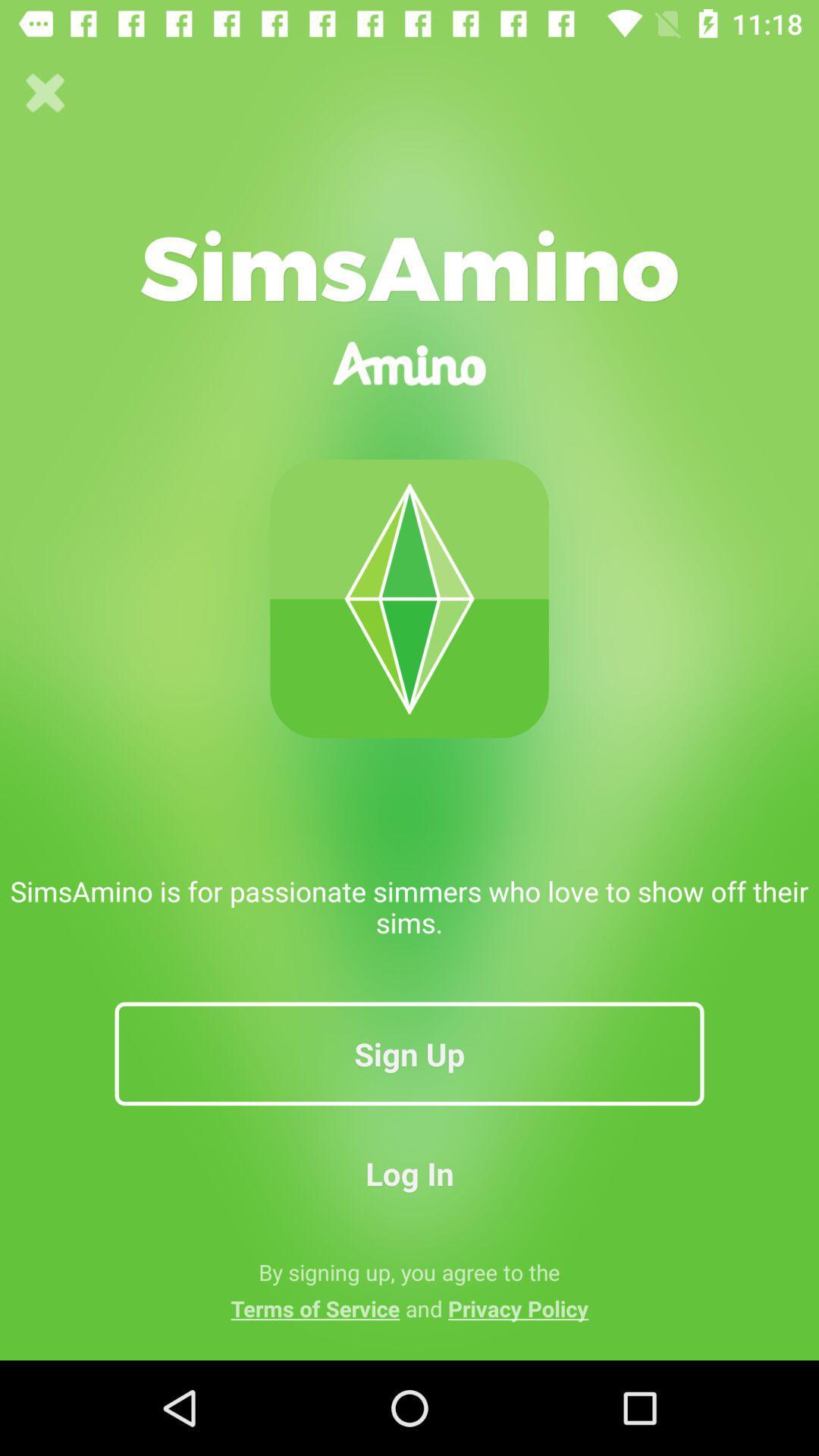 The image size is (819, 1456). What do you see at coordinates (409, 1307) in the screenshot?
I see `the terms of service` at bounding box center [409, 1307].